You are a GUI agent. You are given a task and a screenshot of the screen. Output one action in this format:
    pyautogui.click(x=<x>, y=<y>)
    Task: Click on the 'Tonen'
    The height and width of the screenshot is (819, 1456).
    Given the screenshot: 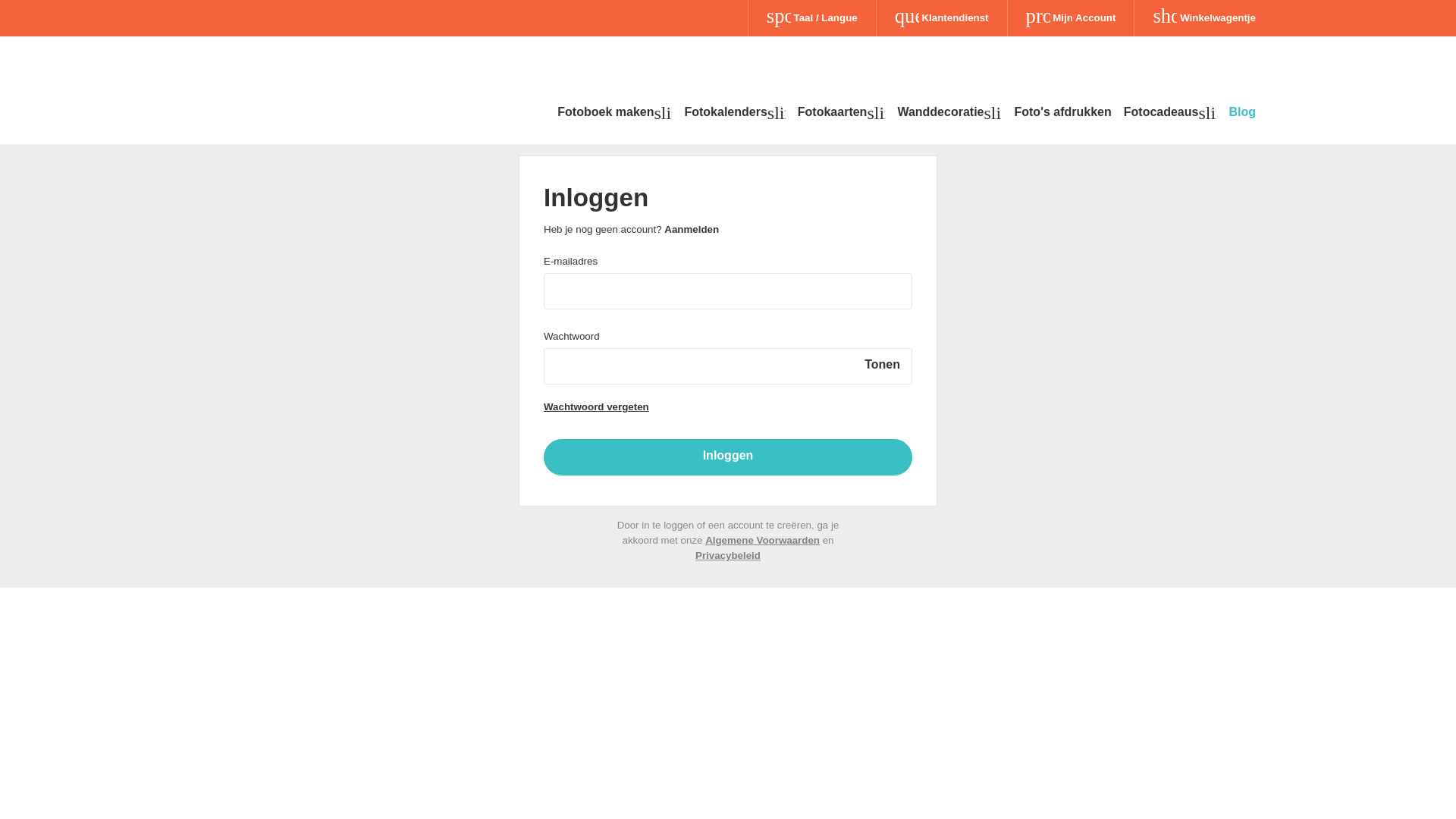 What is the action you would take?
    pyautogui.click(x=882, y=365)
    